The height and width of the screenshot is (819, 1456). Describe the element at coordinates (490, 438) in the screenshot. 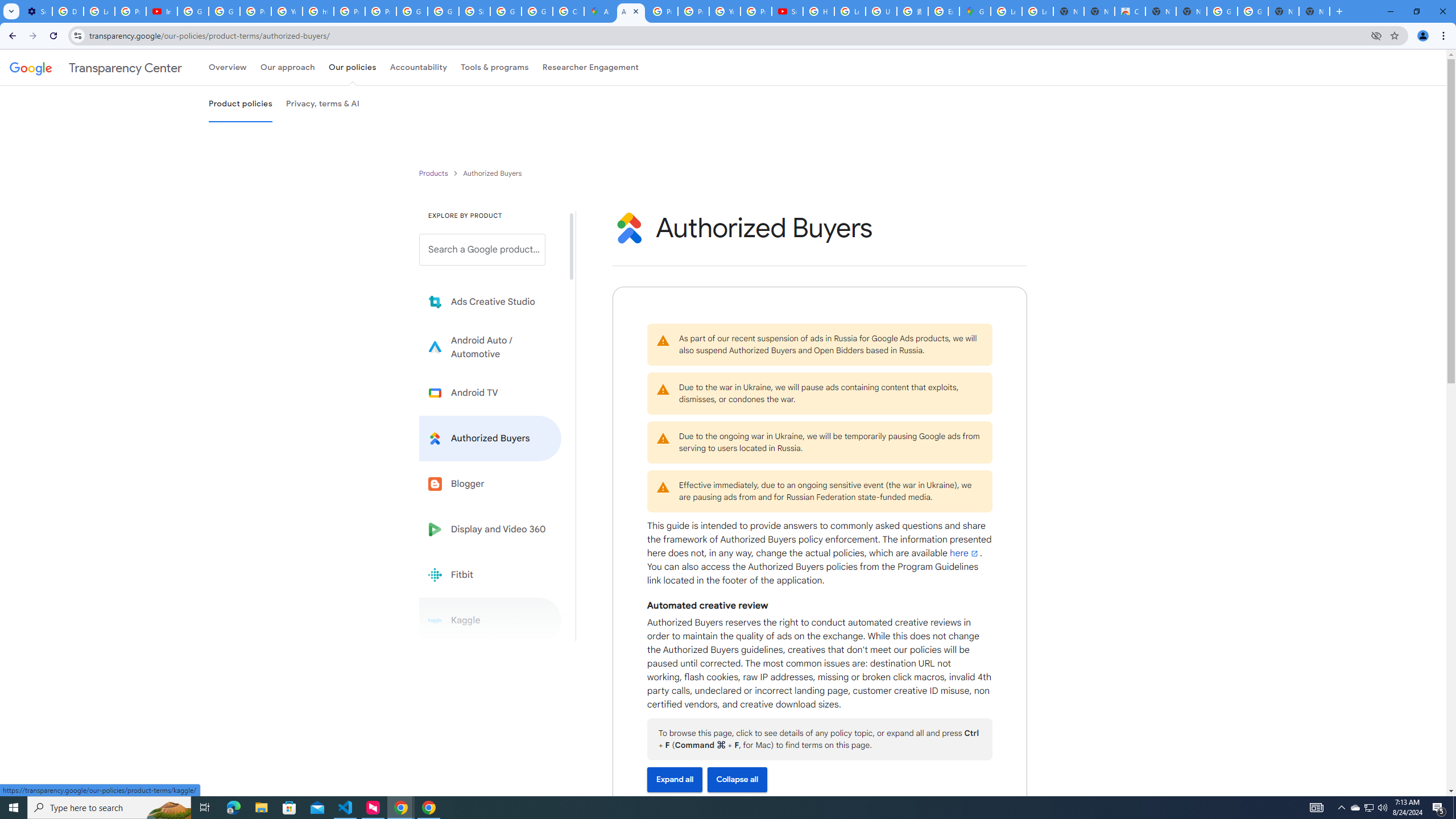

I see `'Learn more about Authorized Buyers'` at that location.